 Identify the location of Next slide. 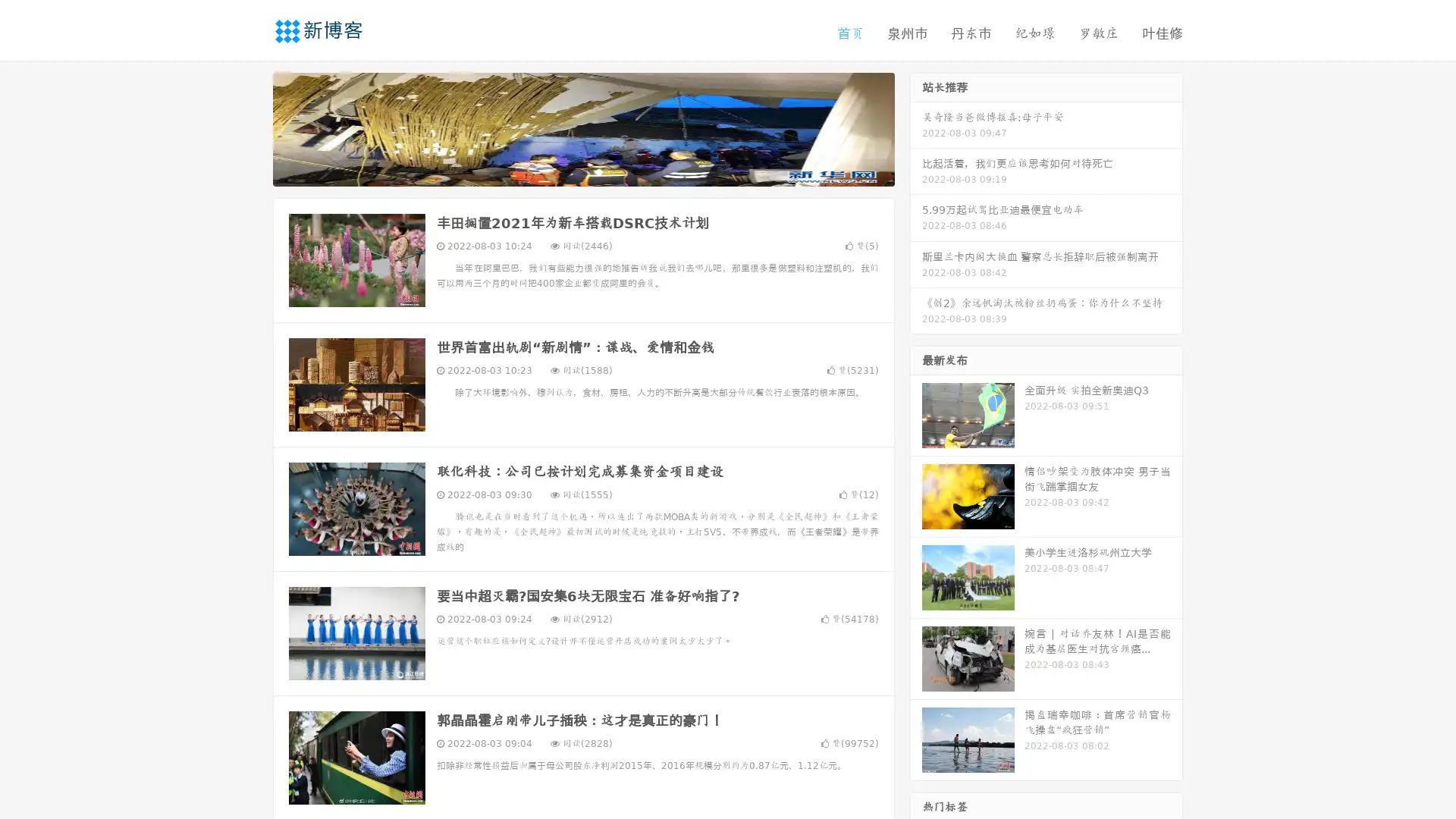
(916, 127).